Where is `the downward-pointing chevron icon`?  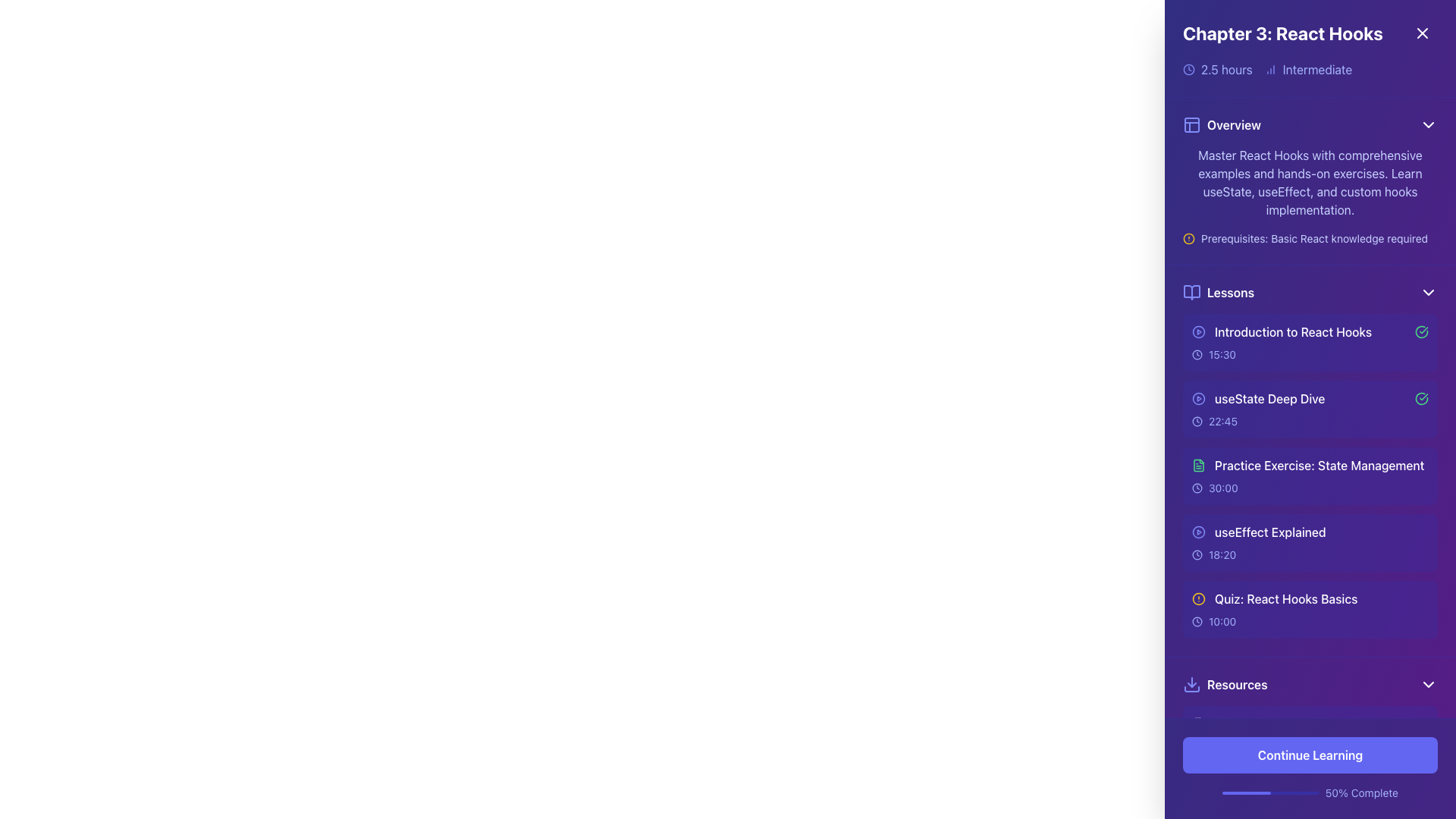 the downward-pointing chevron icon is located at coordinates (1427, 124).